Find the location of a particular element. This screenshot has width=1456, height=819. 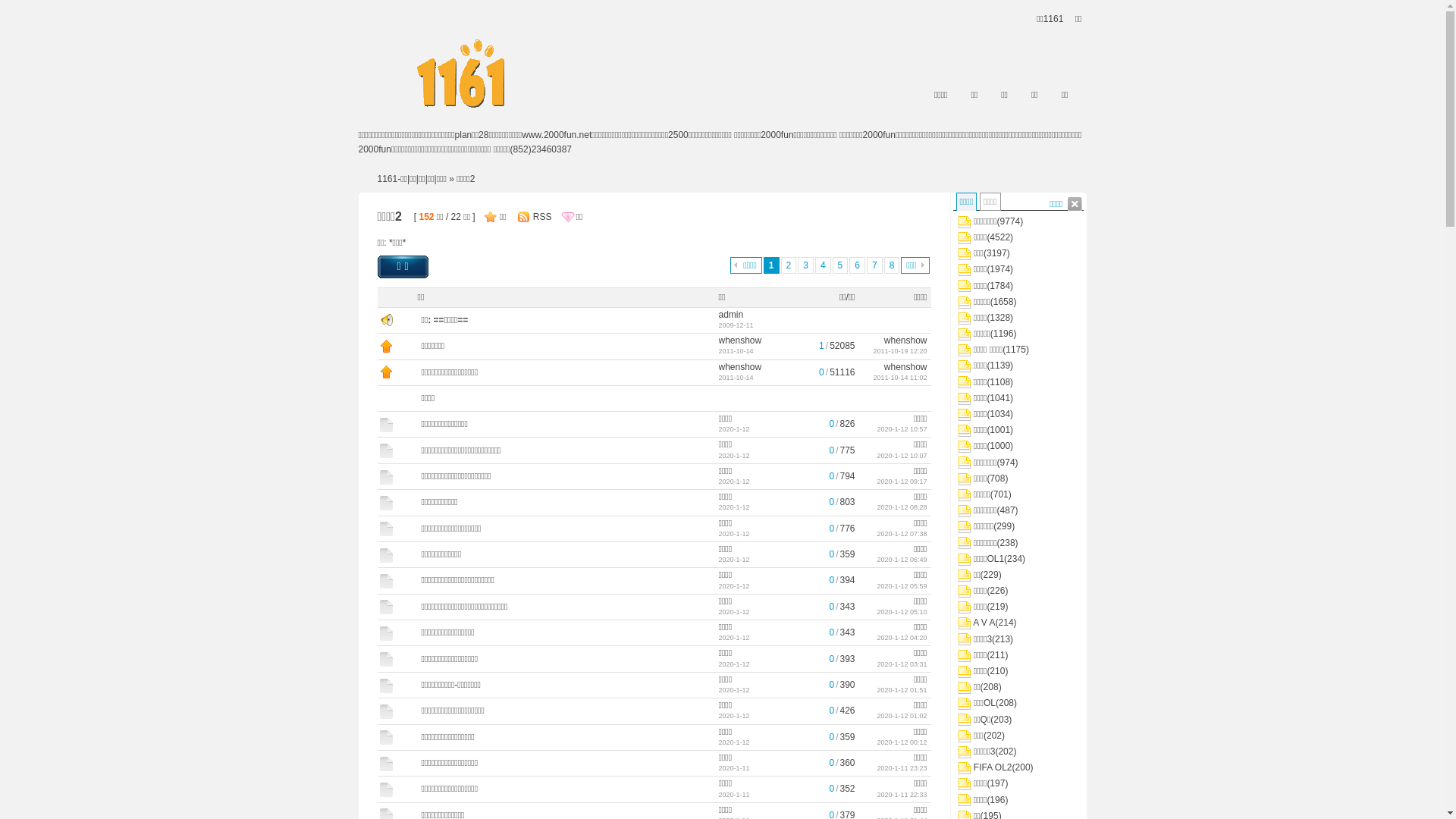

'whenshow' is located at coordinates (905, 339).